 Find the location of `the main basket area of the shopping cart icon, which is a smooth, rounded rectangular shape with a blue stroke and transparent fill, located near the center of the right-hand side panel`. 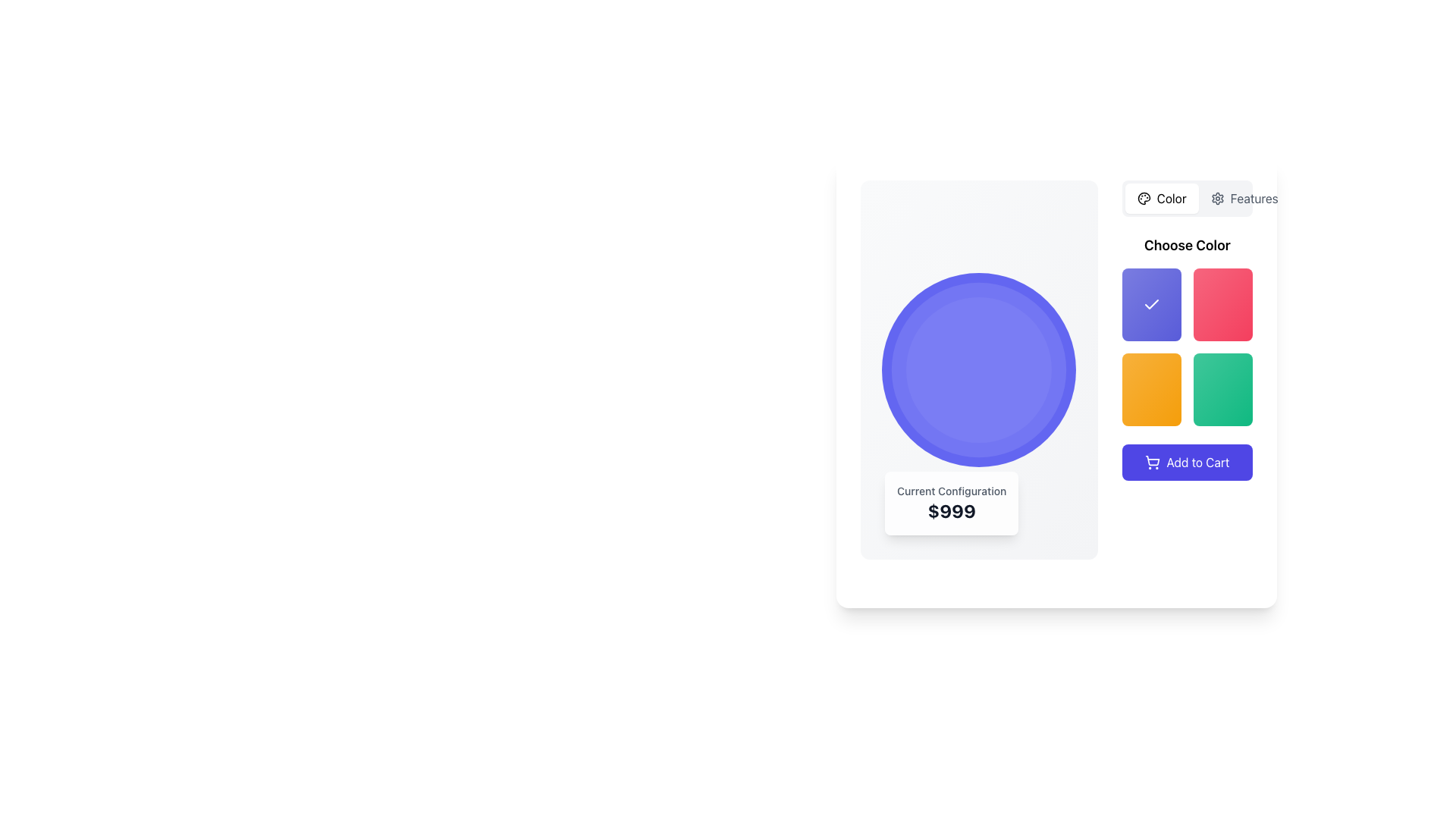

the main basket area of the shopping cart icon, which is a smooth, rounded rectangular shape with a blue stroke and transparent fill, located near the center of the right-hand side panel is located at coordinates (1153, 460).